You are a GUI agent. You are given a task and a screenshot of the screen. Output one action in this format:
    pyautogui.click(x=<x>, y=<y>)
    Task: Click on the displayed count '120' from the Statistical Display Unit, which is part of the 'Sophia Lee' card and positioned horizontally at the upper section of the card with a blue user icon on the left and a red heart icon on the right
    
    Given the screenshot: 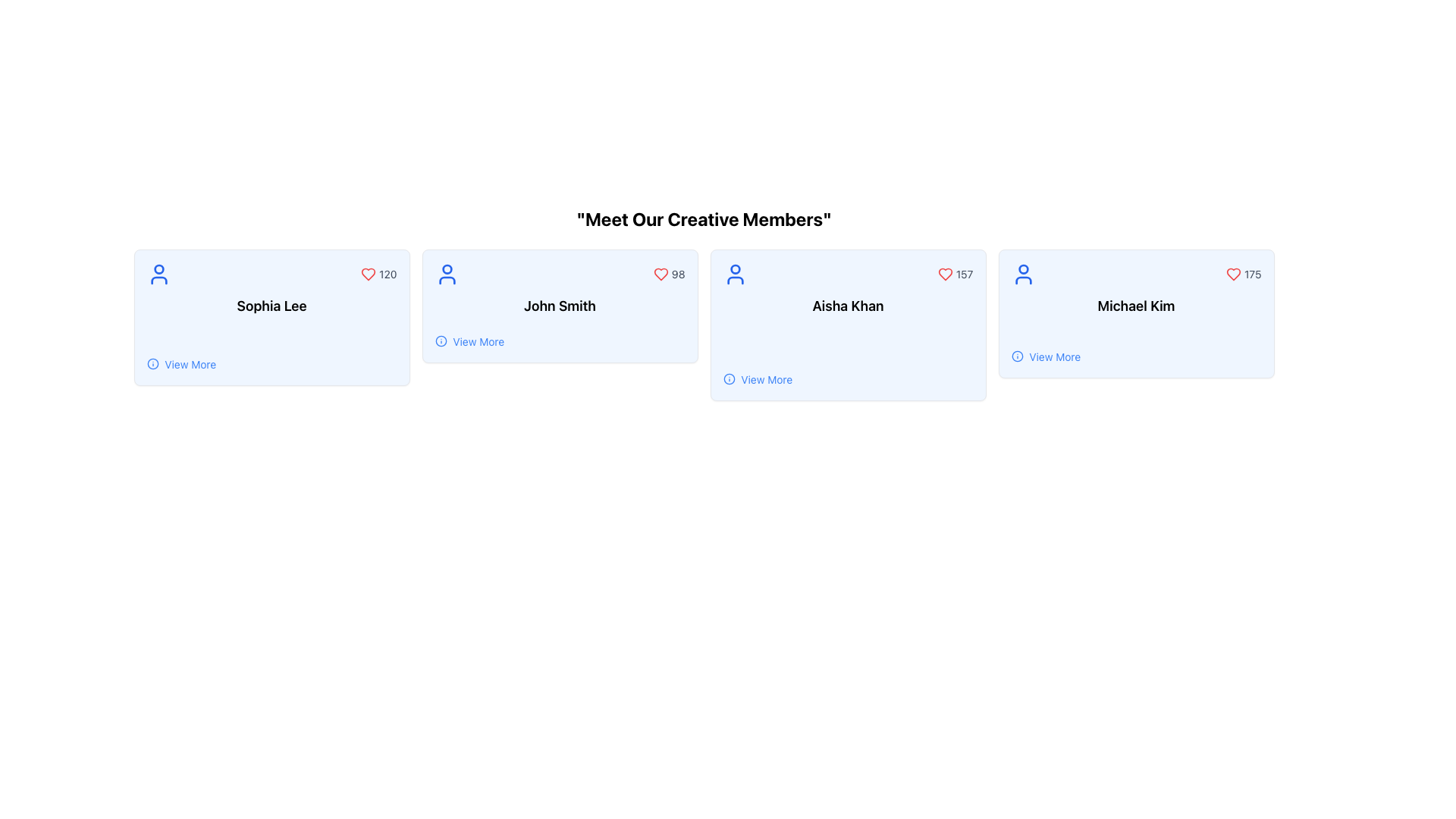 What is the action you would take?
    pyautogui.click(x=271, y=275)
    